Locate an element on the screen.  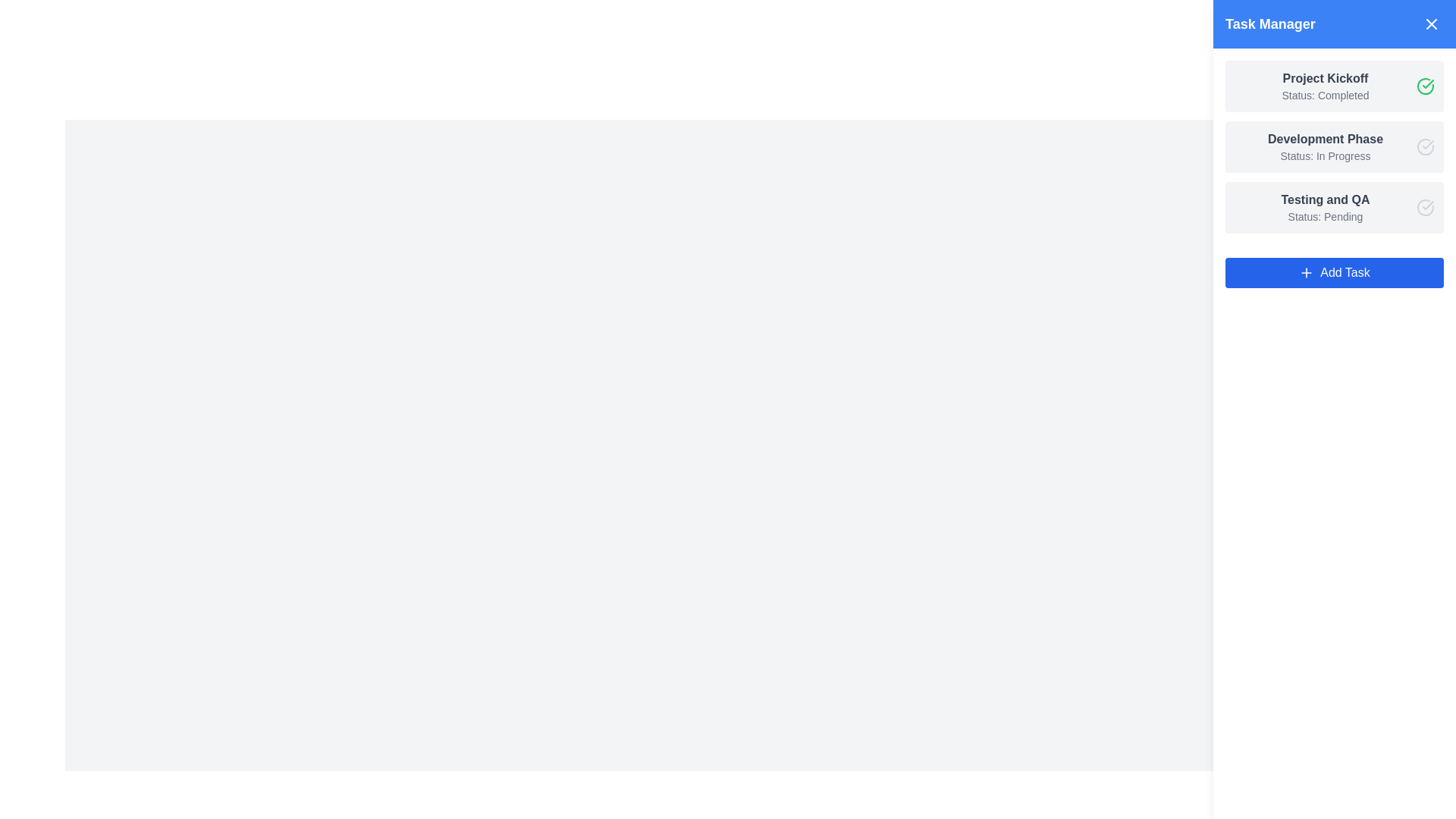
the text block displaying 'Project Kickoff' and 'Status: Completed' for accessibility purposes is located at coordinates (1324, 86).